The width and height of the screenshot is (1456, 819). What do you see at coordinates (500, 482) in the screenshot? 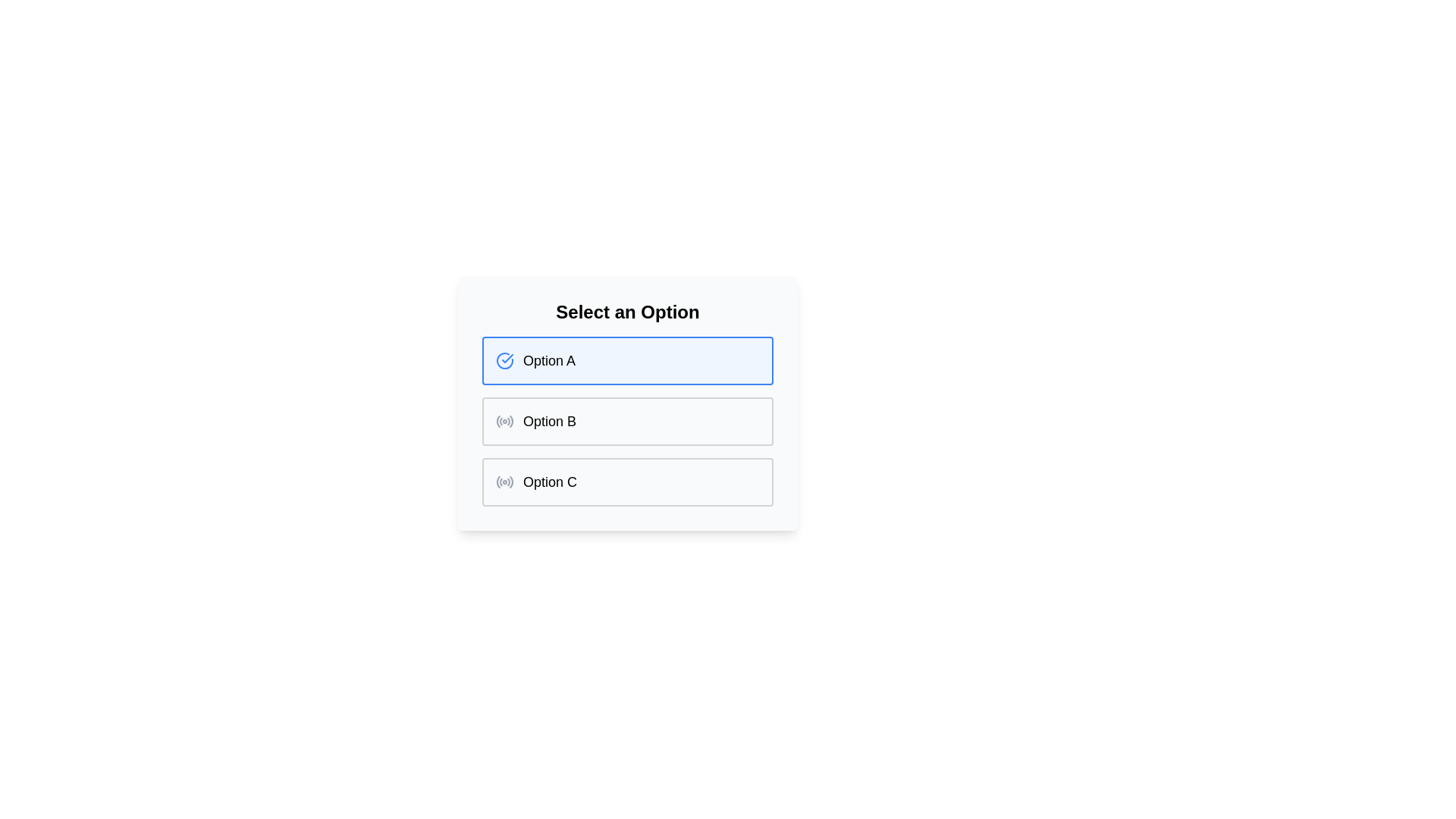
I see `the dark-gray stroke within the radio button icon, specifically the lower-left arc of the second component, located next to the Option A text` at bounding box center [500, 482].